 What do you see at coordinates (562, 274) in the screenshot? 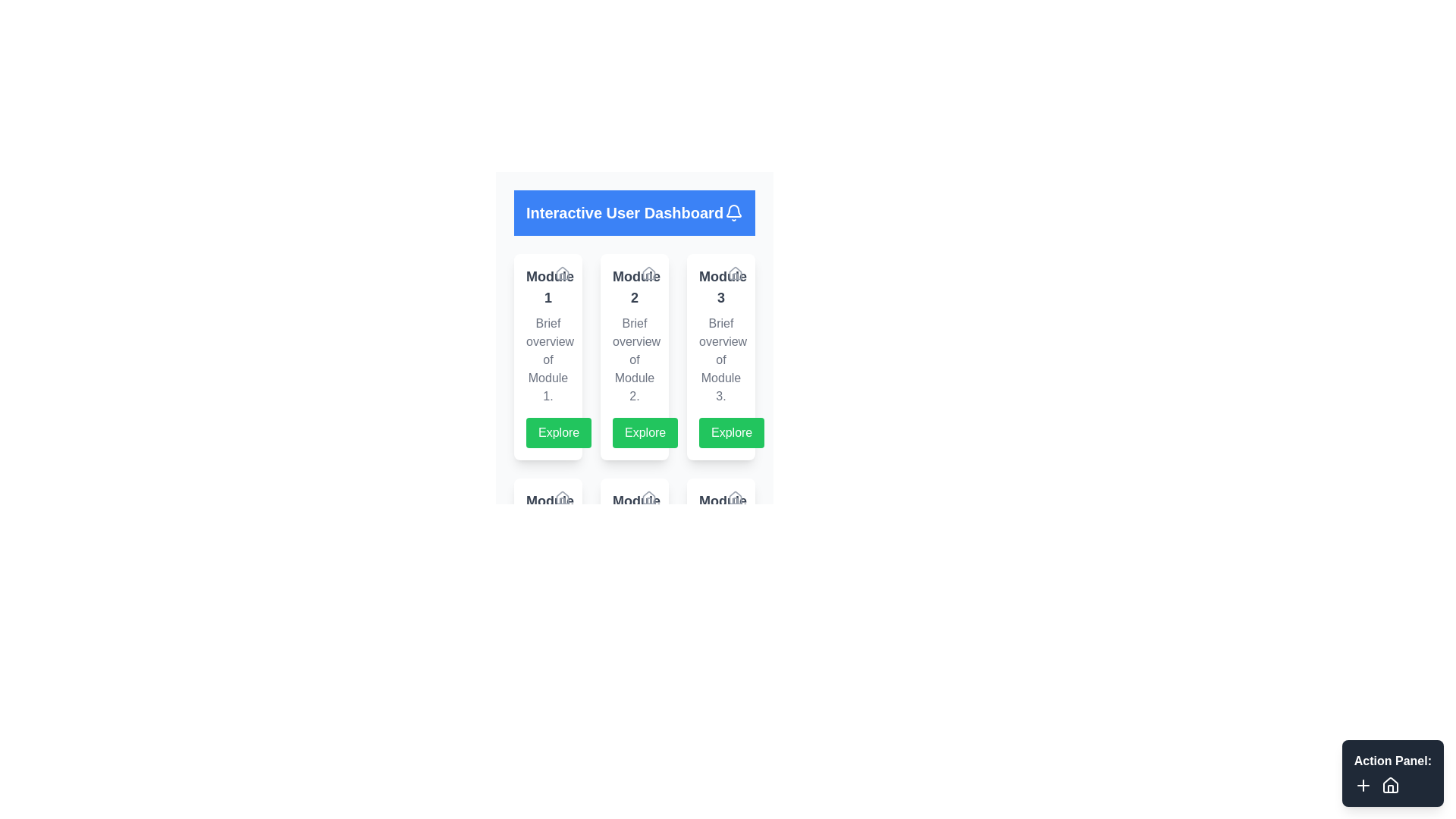
I see `the gray house icon located in the upper-right corner of the 'Module 1' card` at bounding box center [562, 274].